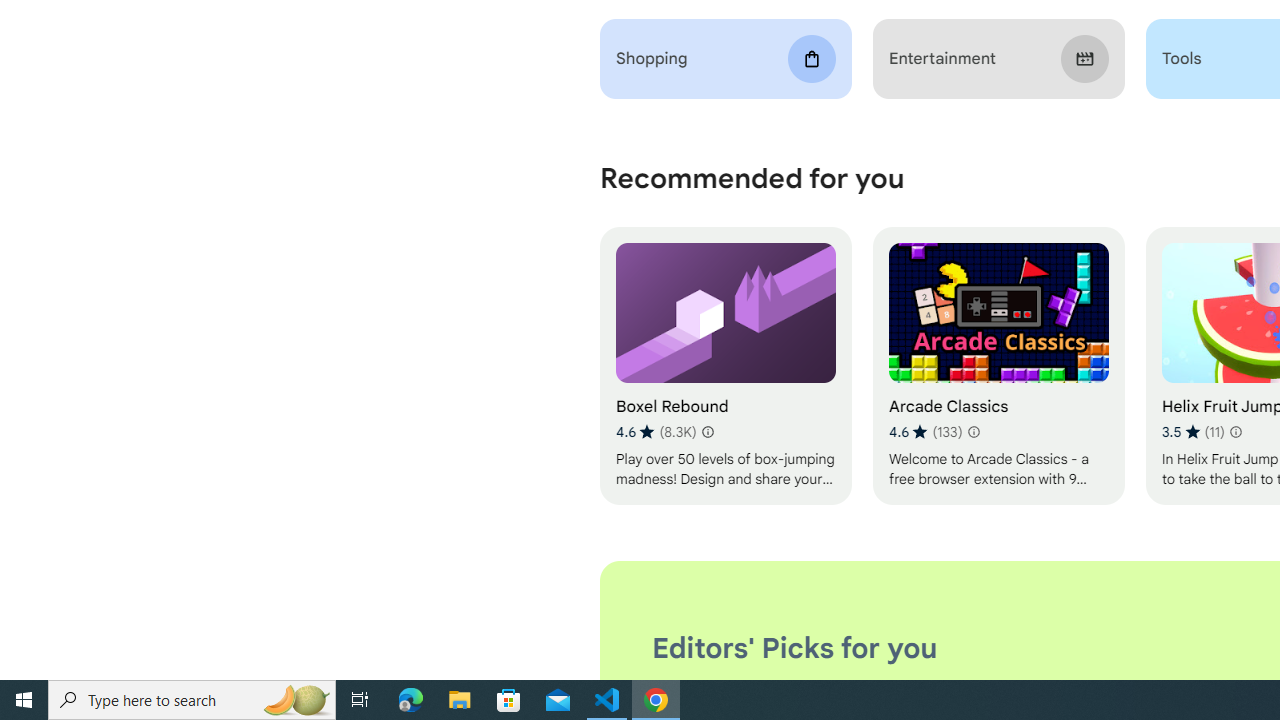  Describe the element at coordinates (724, 366) in the screenshot. I see `'Boxel Rebound'` at that location.